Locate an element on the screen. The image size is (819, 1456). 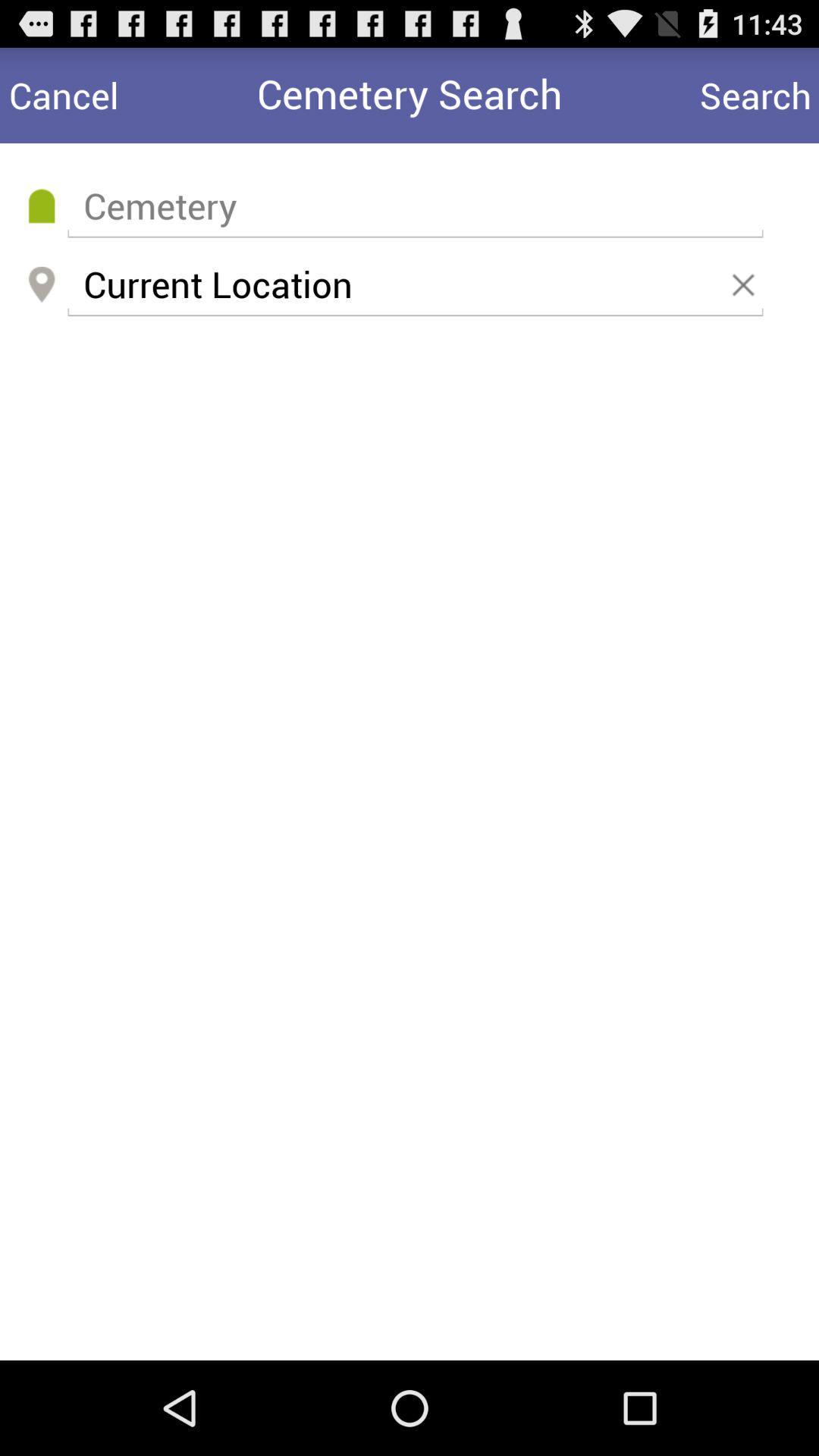
app to the left of cemetery search item is located at coordinates (63, 94).